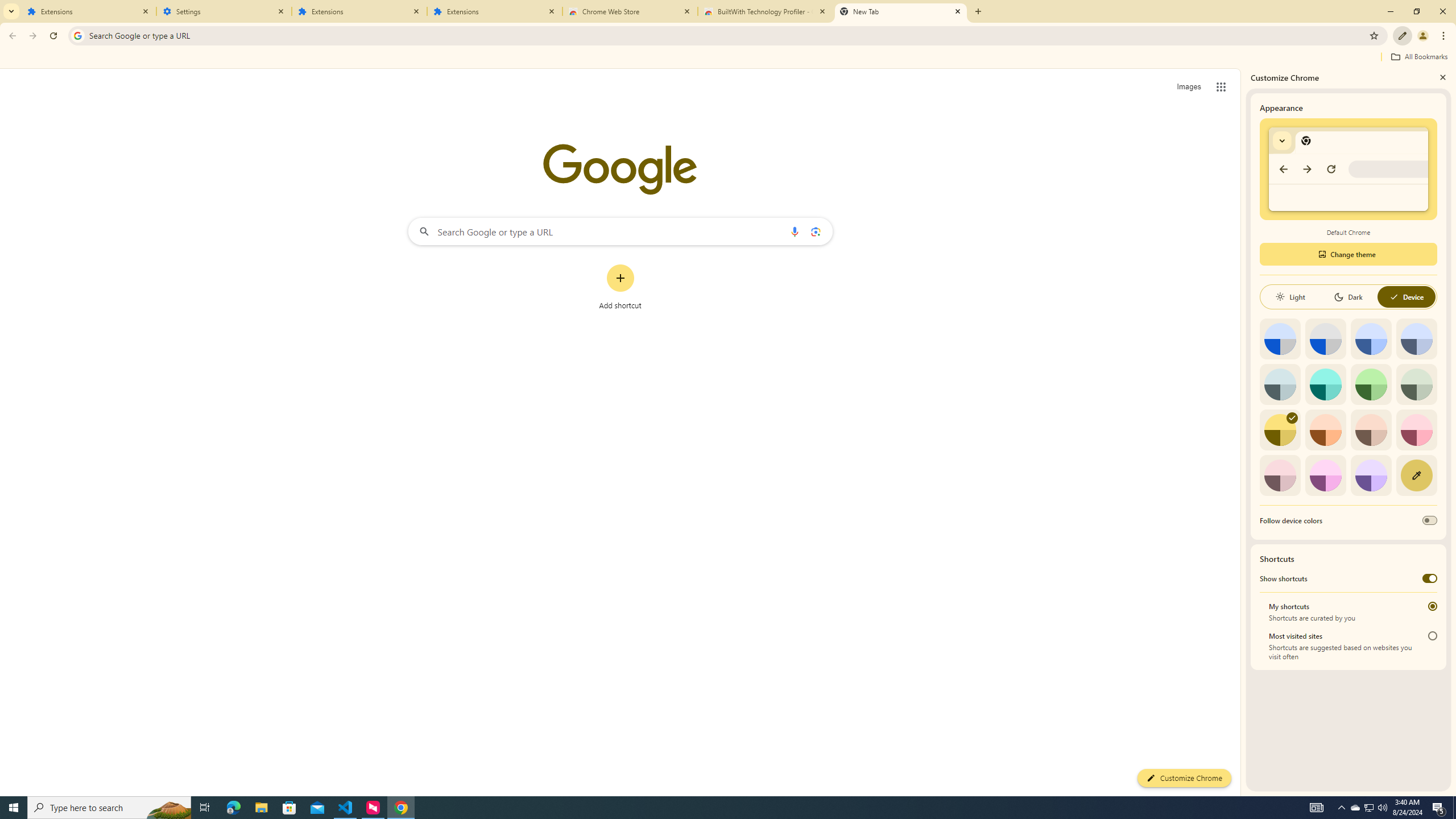 This screenshot has height=819, width=1456. I want to click on 'Apricot', so click(1371, 429).